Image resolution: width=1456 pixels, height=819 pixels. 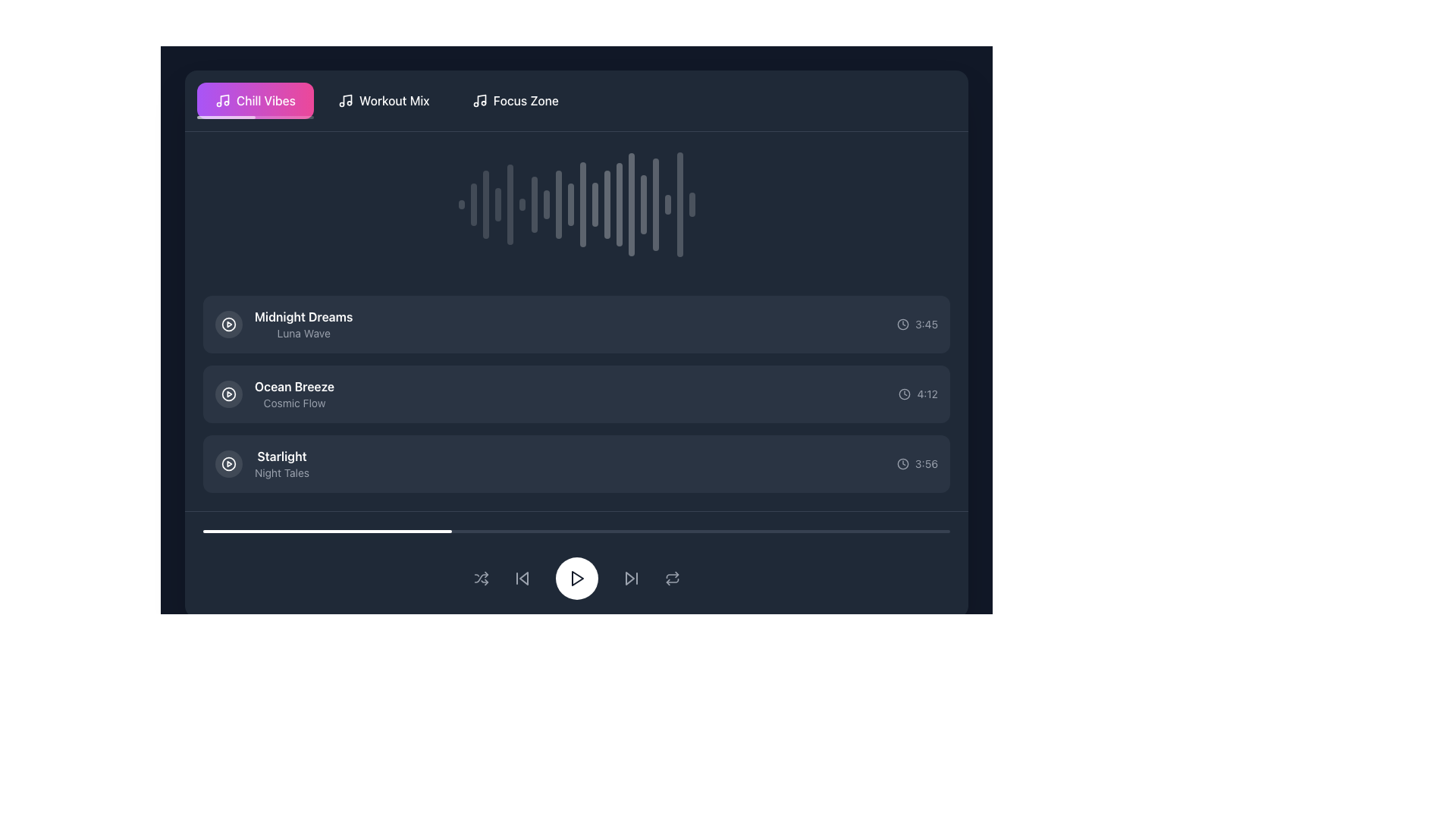 What do you see at coordinates (294, 403) in the screenshot?
I see `the text label displaying 'Cosmic Flow' in light gray font, which is located directly below 'Ocean Breeze'` at bounding box center [294, 403].